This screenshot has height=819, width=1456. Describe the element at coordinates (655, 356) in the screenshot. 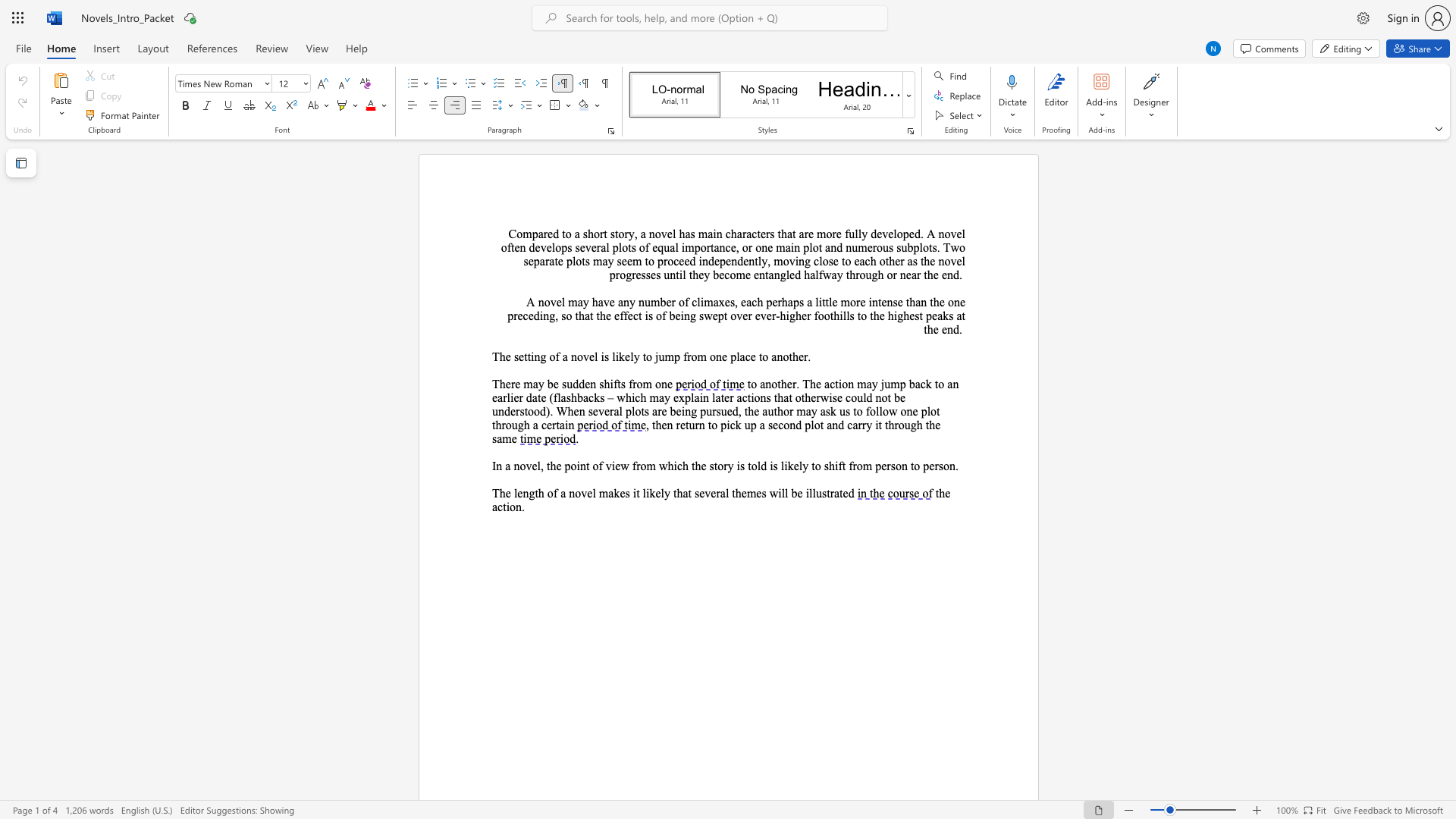

I see `the subset text "jum" within the text "The setting of a novel is likely to jump from one place to another."` at that location.